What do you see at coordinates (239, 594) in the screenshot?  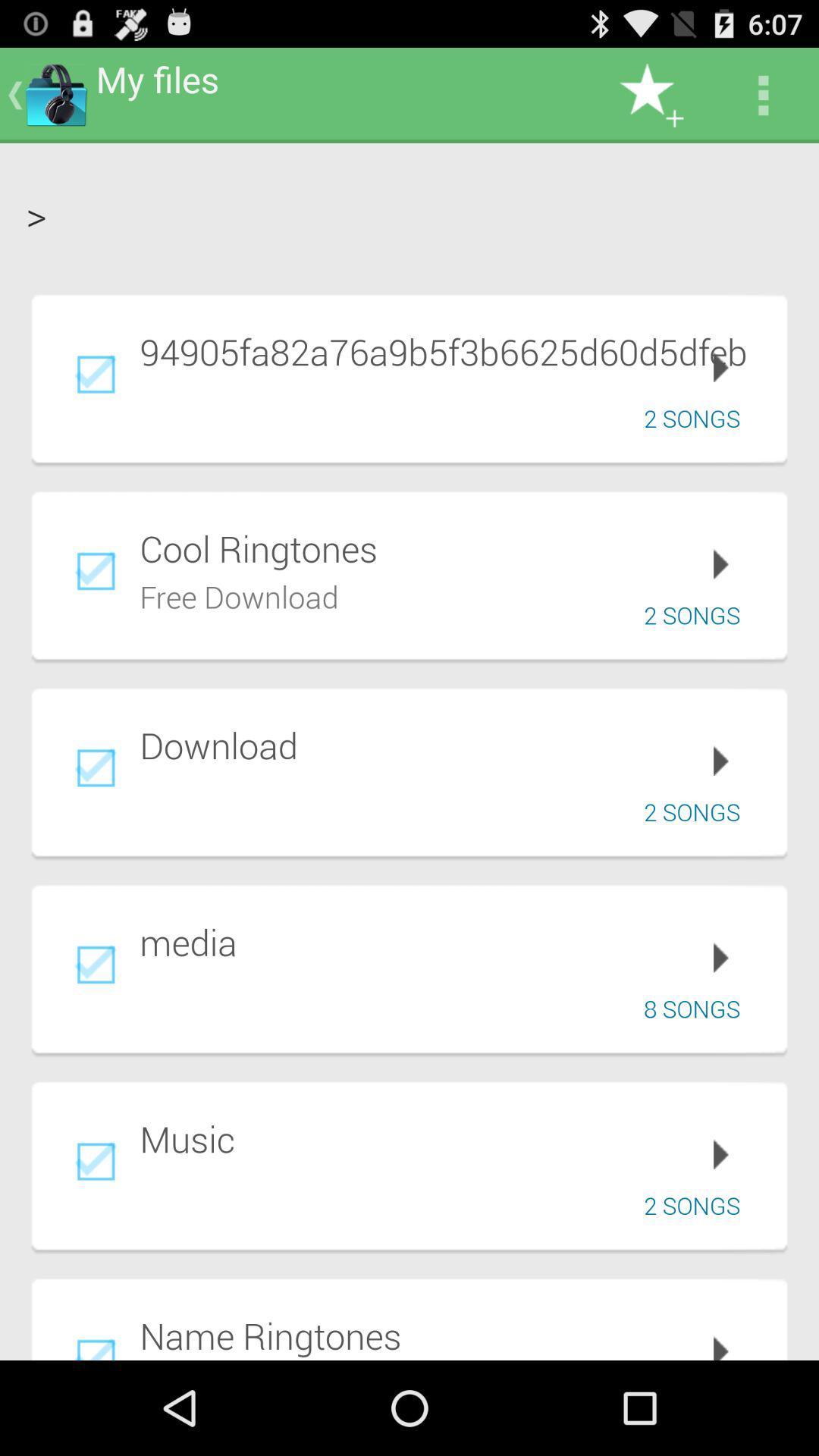 I see `free download item` at bounding box center [239, 594].